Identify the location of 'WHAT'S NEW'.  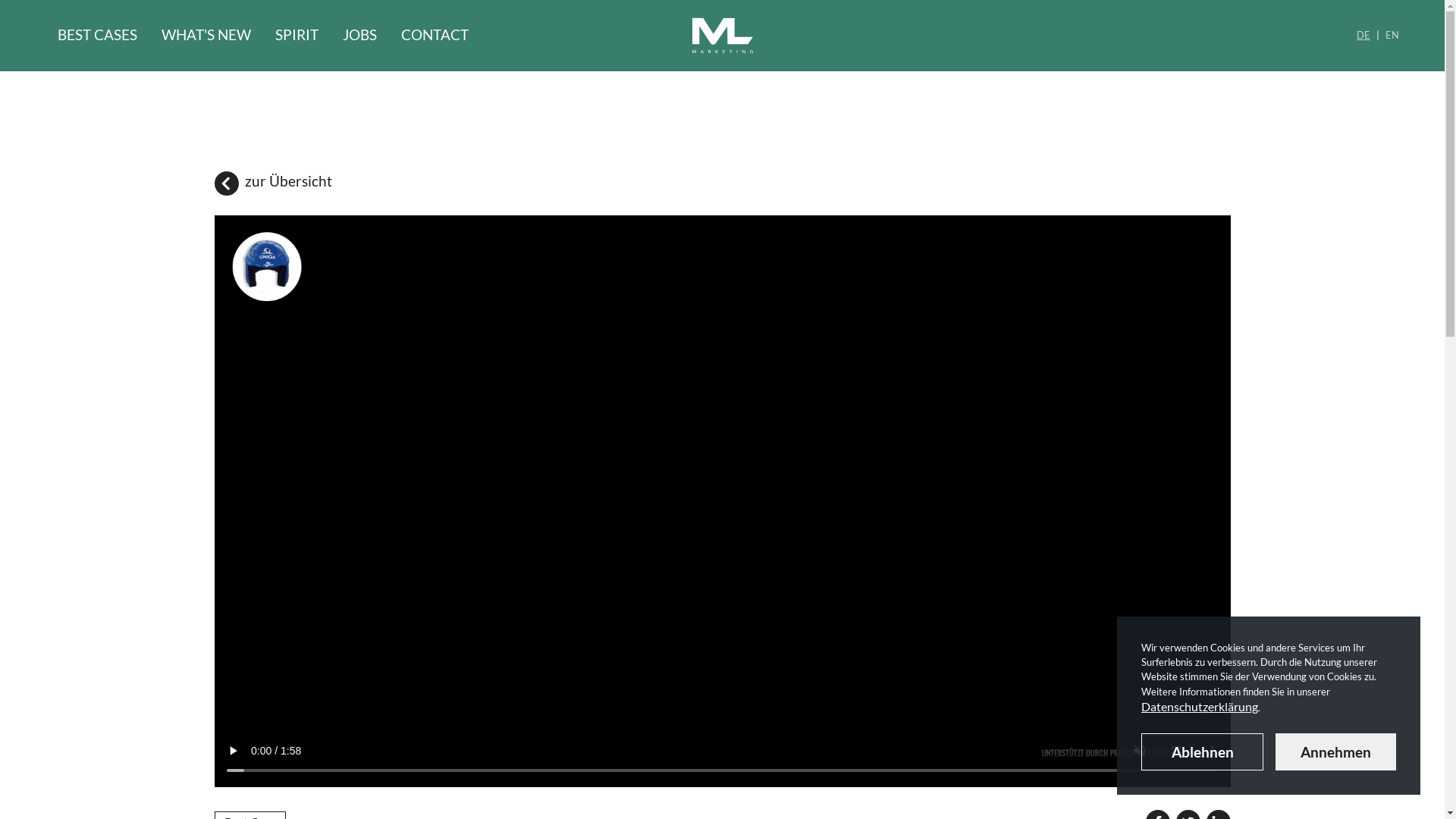
(206, 35).